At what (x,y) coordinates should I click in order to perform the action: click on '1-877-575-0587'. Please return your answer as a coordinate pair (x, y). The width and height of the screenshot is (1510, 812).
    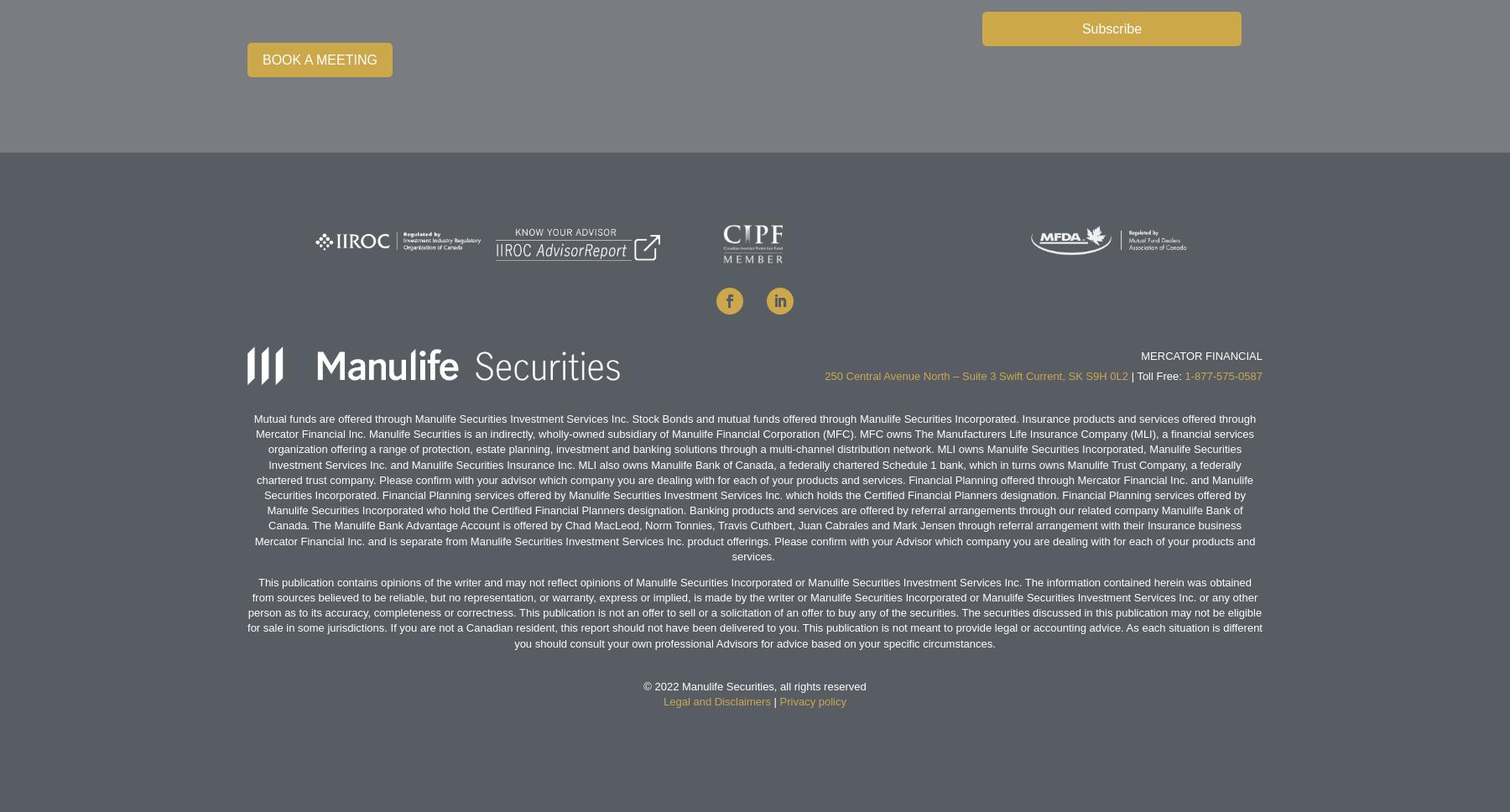
    Looking at the image, I should click on (1222, 375).